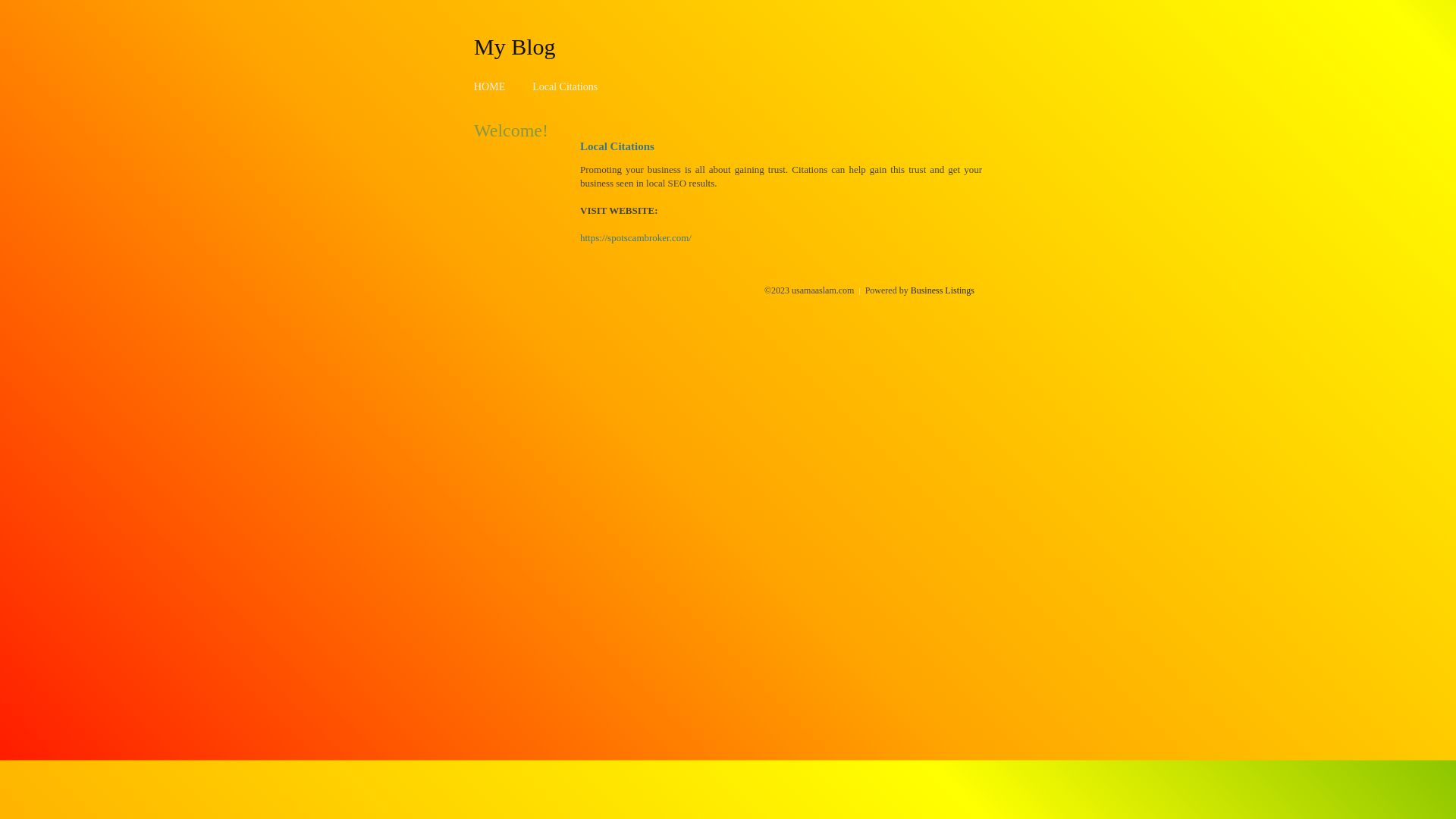 The height and width of the screenshot is (819, 1456). What do you see at coordinates (635, 237) in the screenshot?
I see `'https://spotscambroker.com/'` at bounding box center [635, 237].